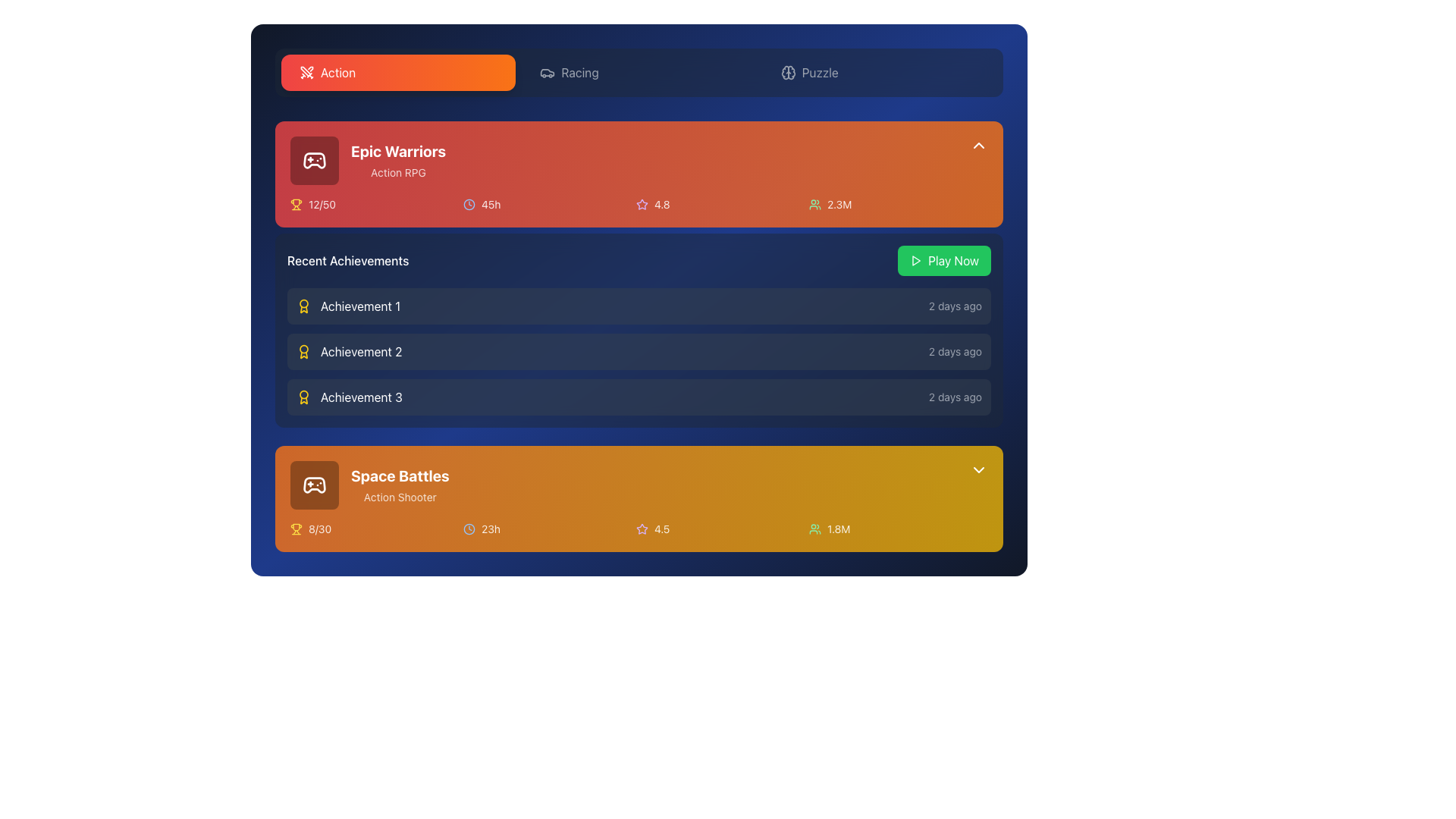 The height and width of the screenshot is (819, 1456). What do you see at coordinates (639, 397) in the screenshot?
I see `the third list item in the 'Recent Achievements' section, which displays information about a specific achievement and the time elapsed since it was achieved` at bounding box center [639, 397].